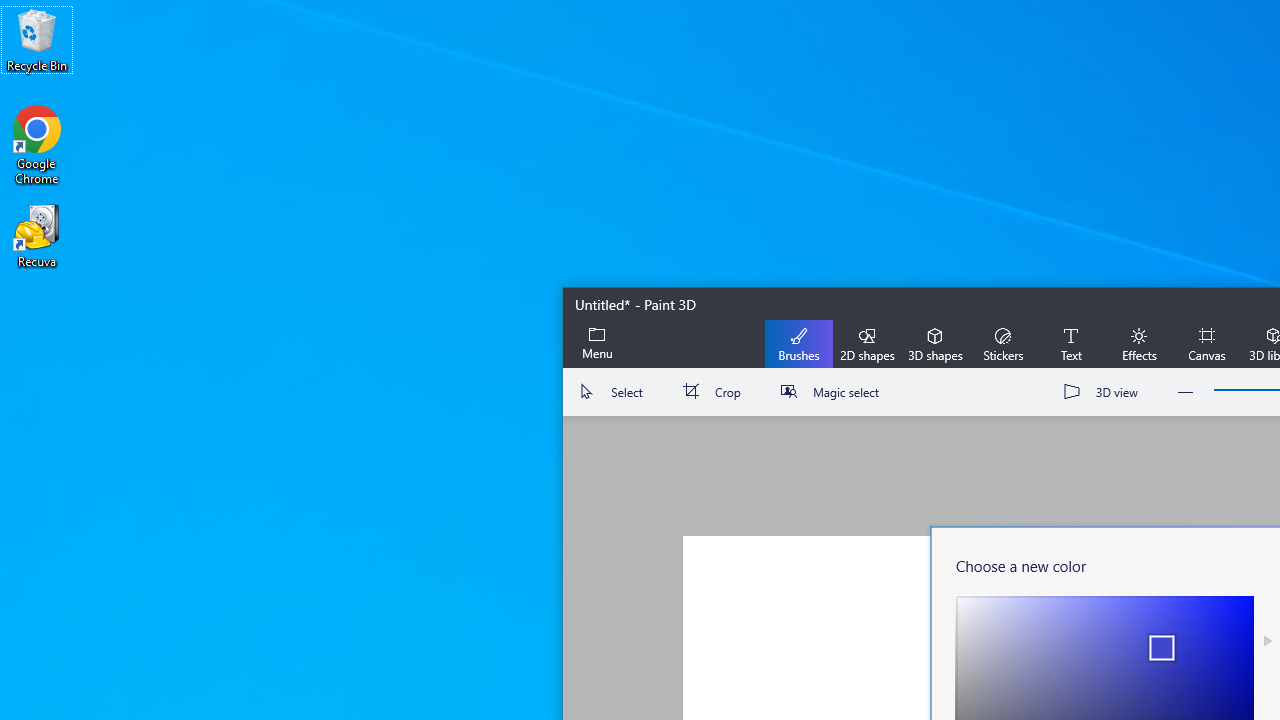 The height and width of the screenshot is (720, 1280). What do you see at coordinates (37, 39) in the screenshot?
I see `'Recycle Bin'` at bounding box center [37, 39].